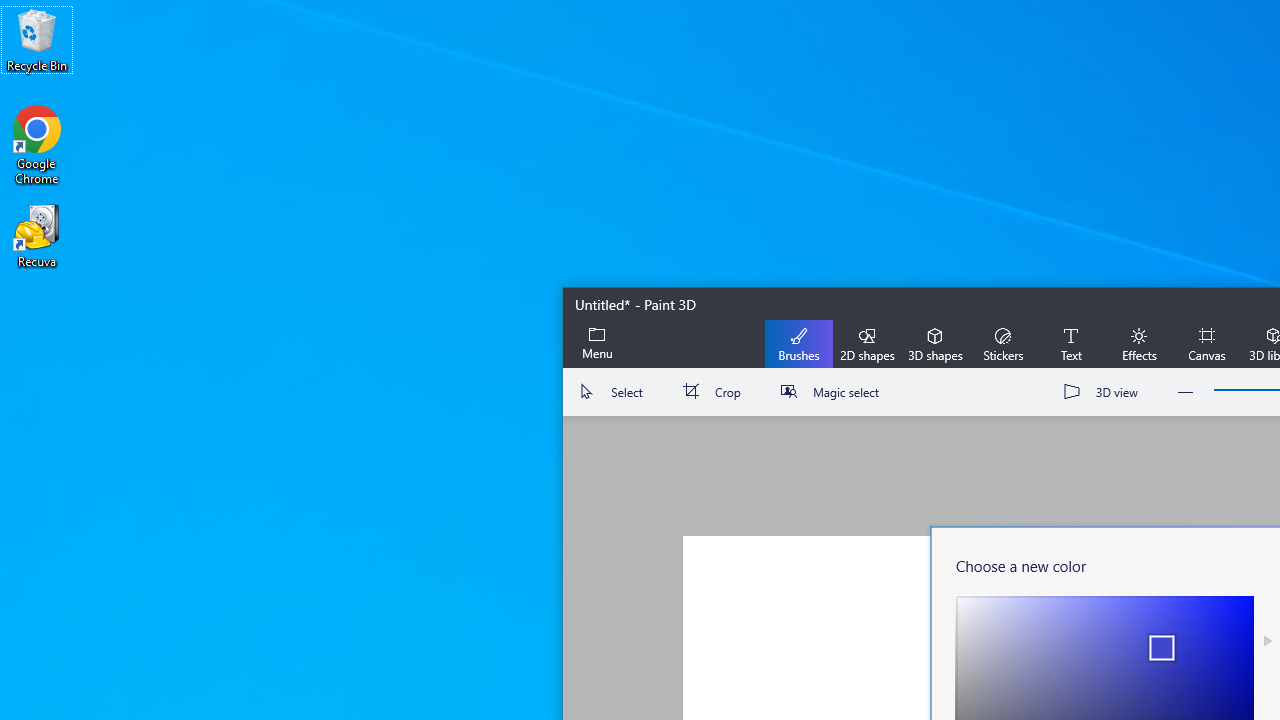 The height and width of the screenshot is (720, 1280). What do you see at coordinates (37, 39) in the screenshot?
I see `'Recycle Bin'` at bounding box center [37, 39].